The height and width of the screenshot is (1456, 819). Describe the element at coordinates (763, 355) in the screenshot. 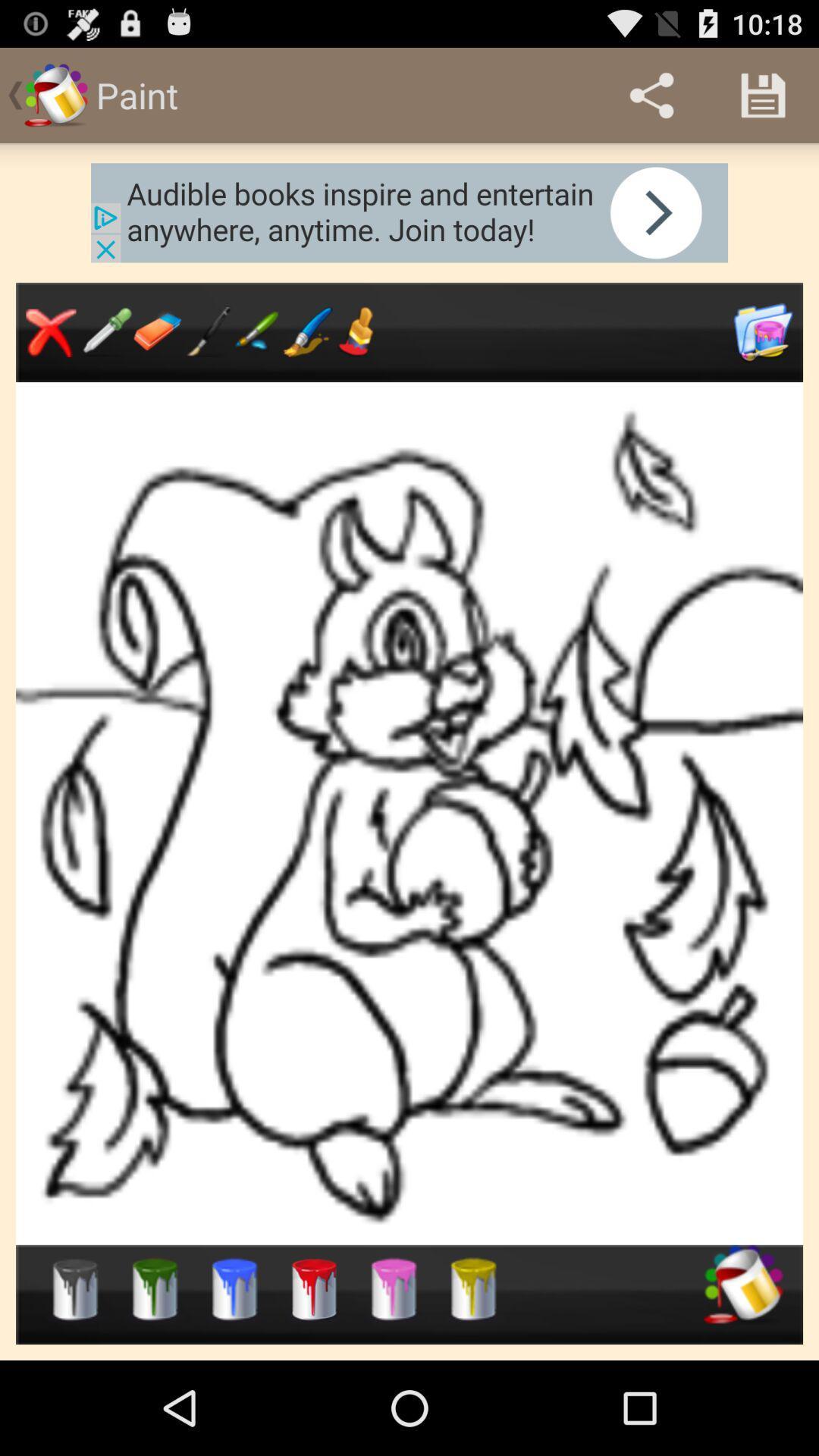

I see `the folder icon` at that location.